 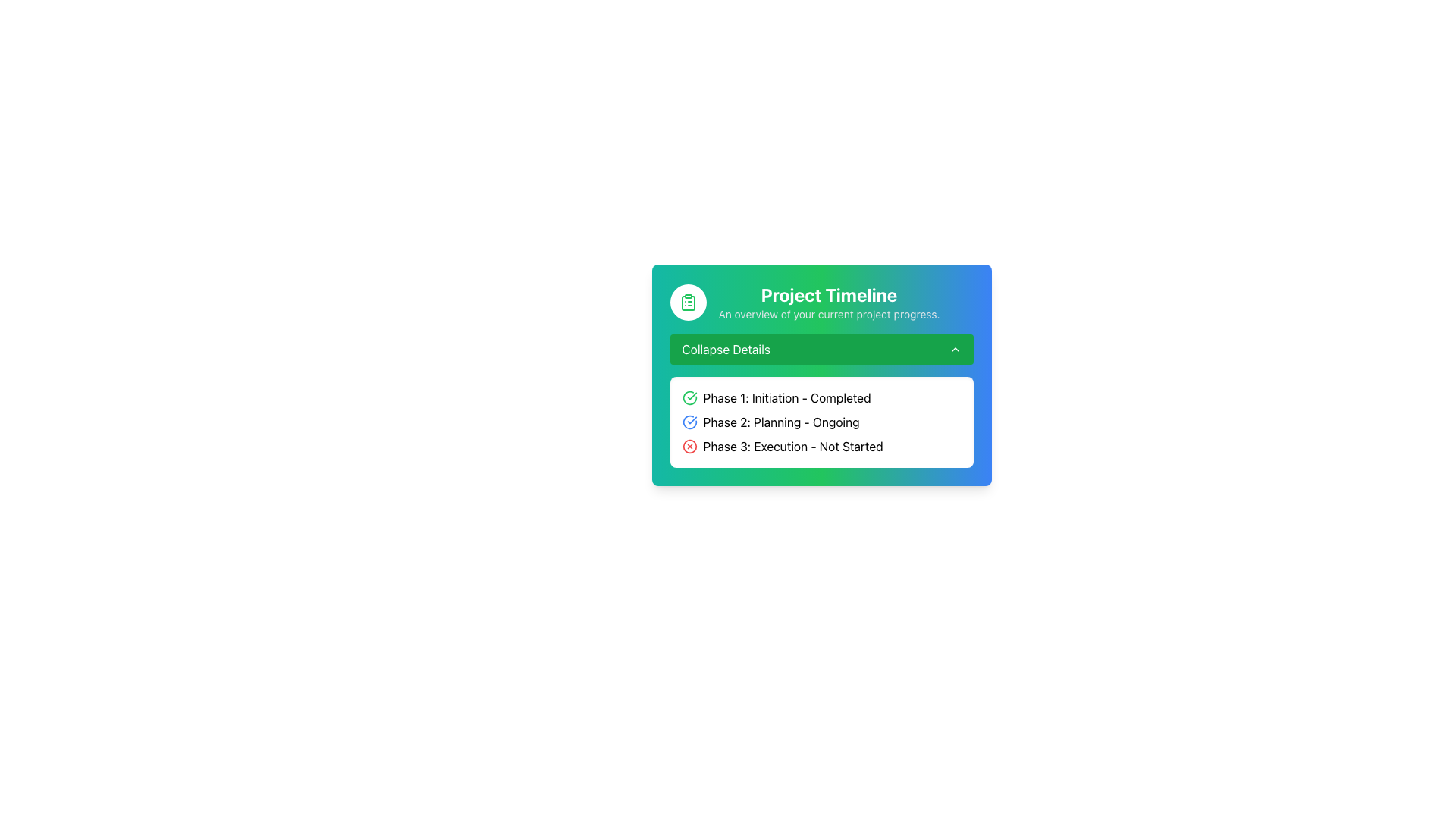 What do you see at coordinates (821, 397) in the screenshot?
I see `the green circular icon next to the label 'Phase 1: Initiation - Completed' for more details` at bounding box center [821, 397].